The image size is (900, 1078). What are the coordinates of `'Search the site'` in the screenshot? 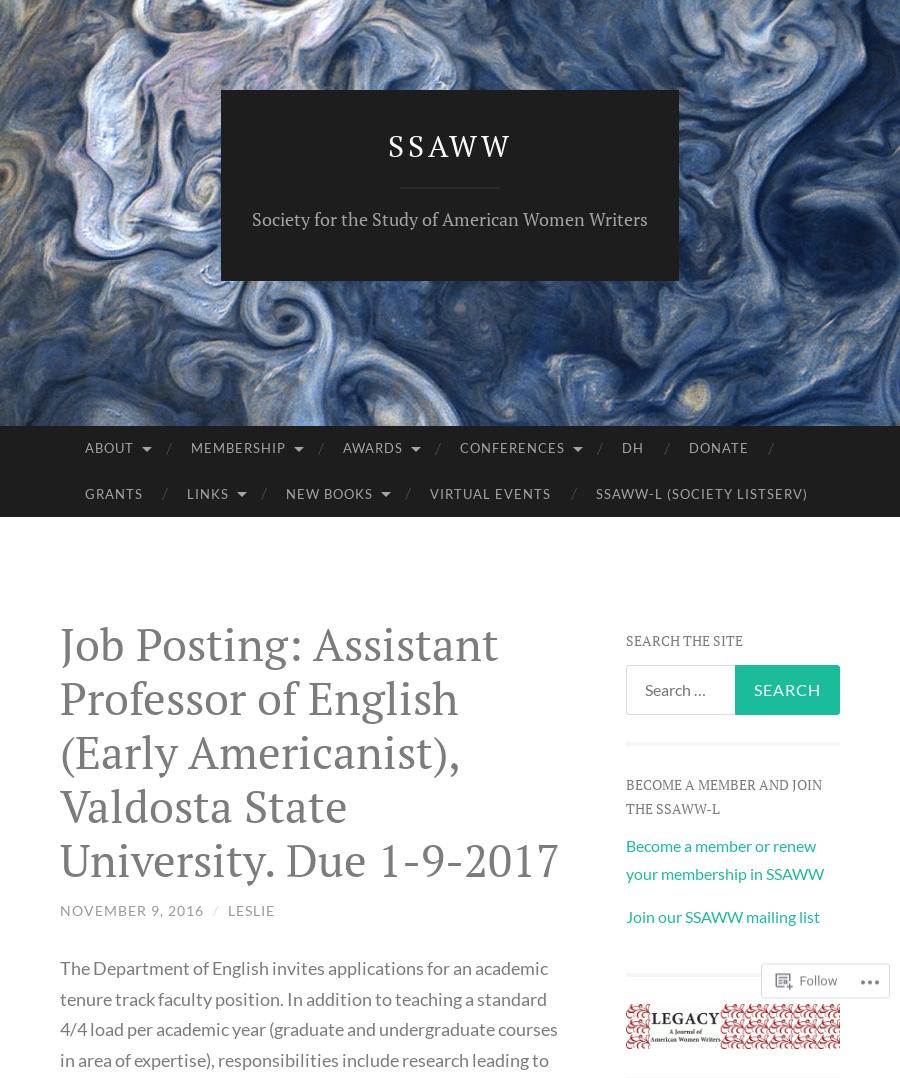 It's located at (682, 638).